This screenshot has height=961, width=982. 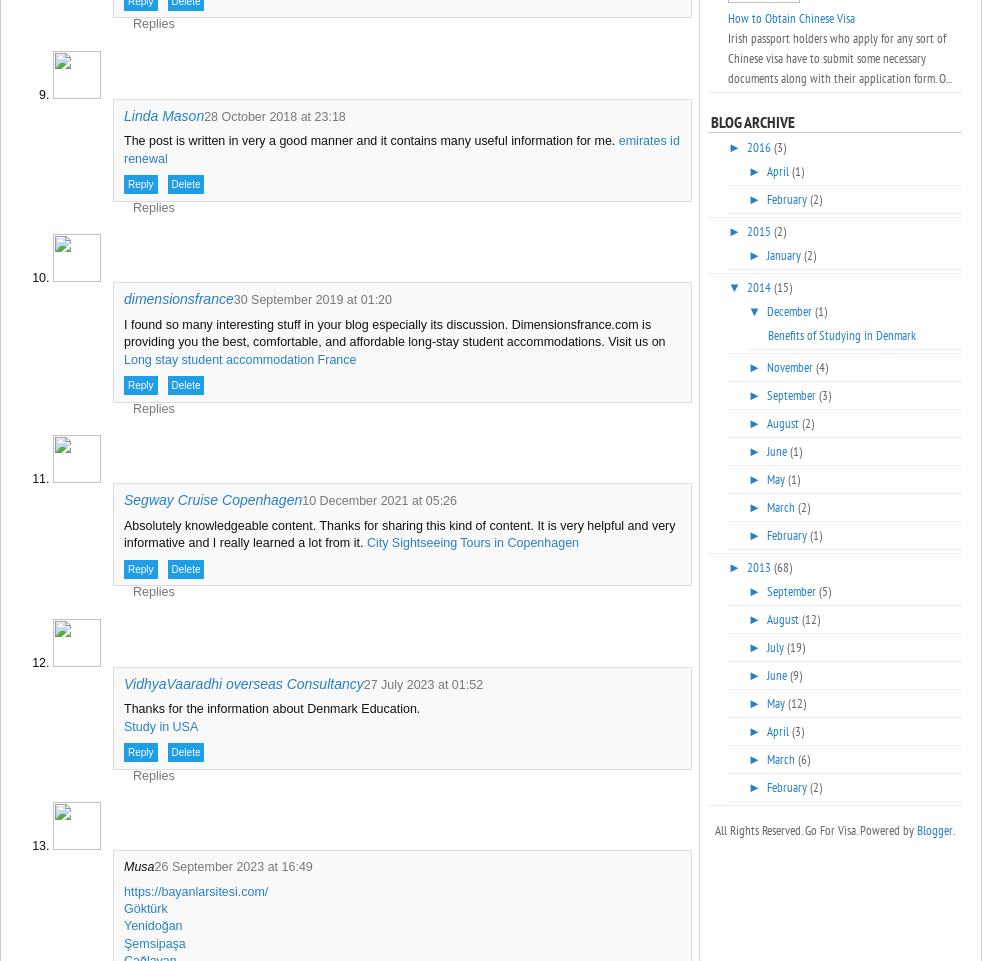 I want to click on 'November', so click(x=765, y=366).